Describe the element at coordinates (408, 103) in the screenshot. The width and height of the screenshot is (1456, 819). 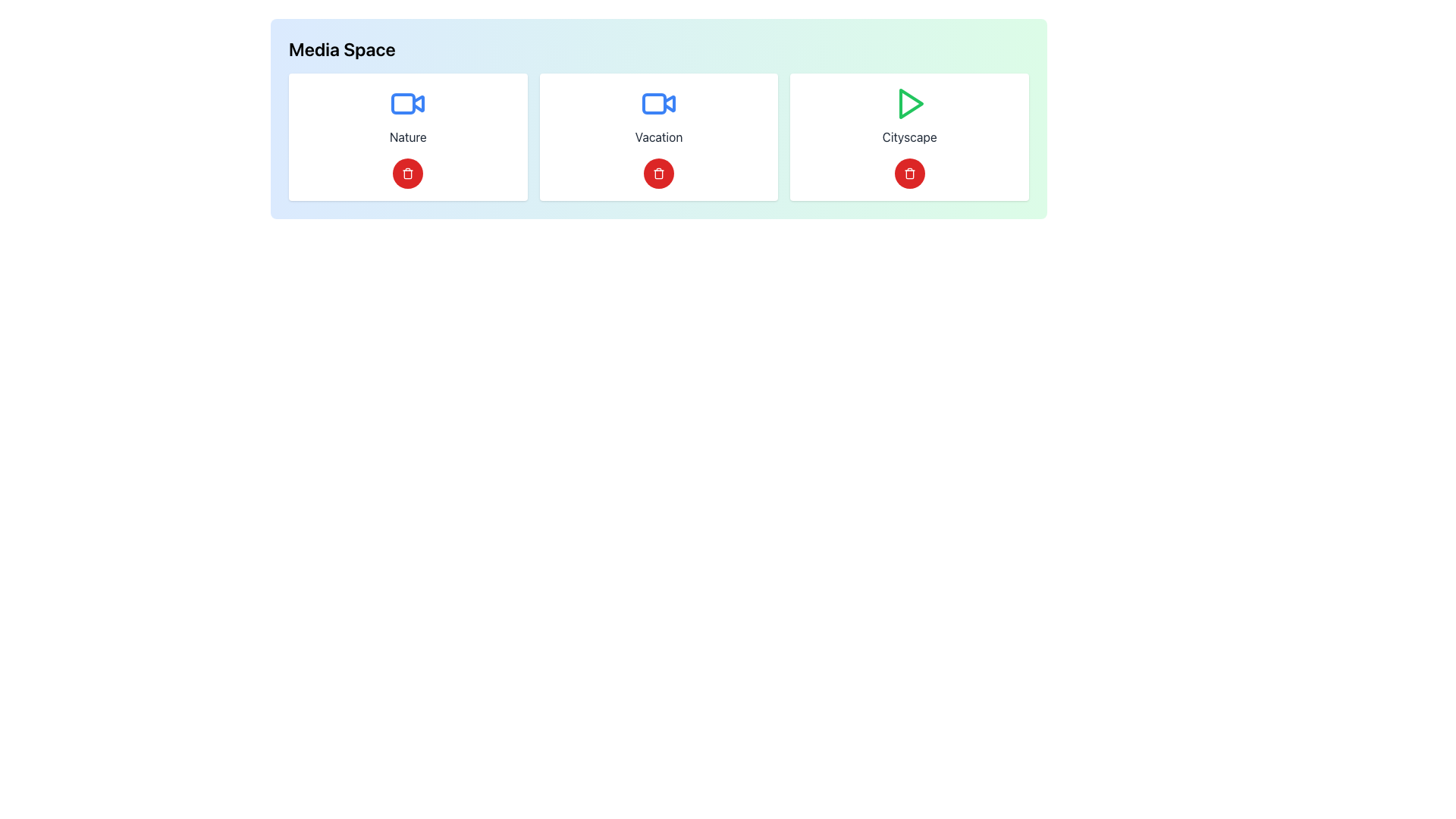
I see `the video-related icon located at the top of the 'Nature' card, which is the leftmost card in a horizontal grid of three cards` at that location.